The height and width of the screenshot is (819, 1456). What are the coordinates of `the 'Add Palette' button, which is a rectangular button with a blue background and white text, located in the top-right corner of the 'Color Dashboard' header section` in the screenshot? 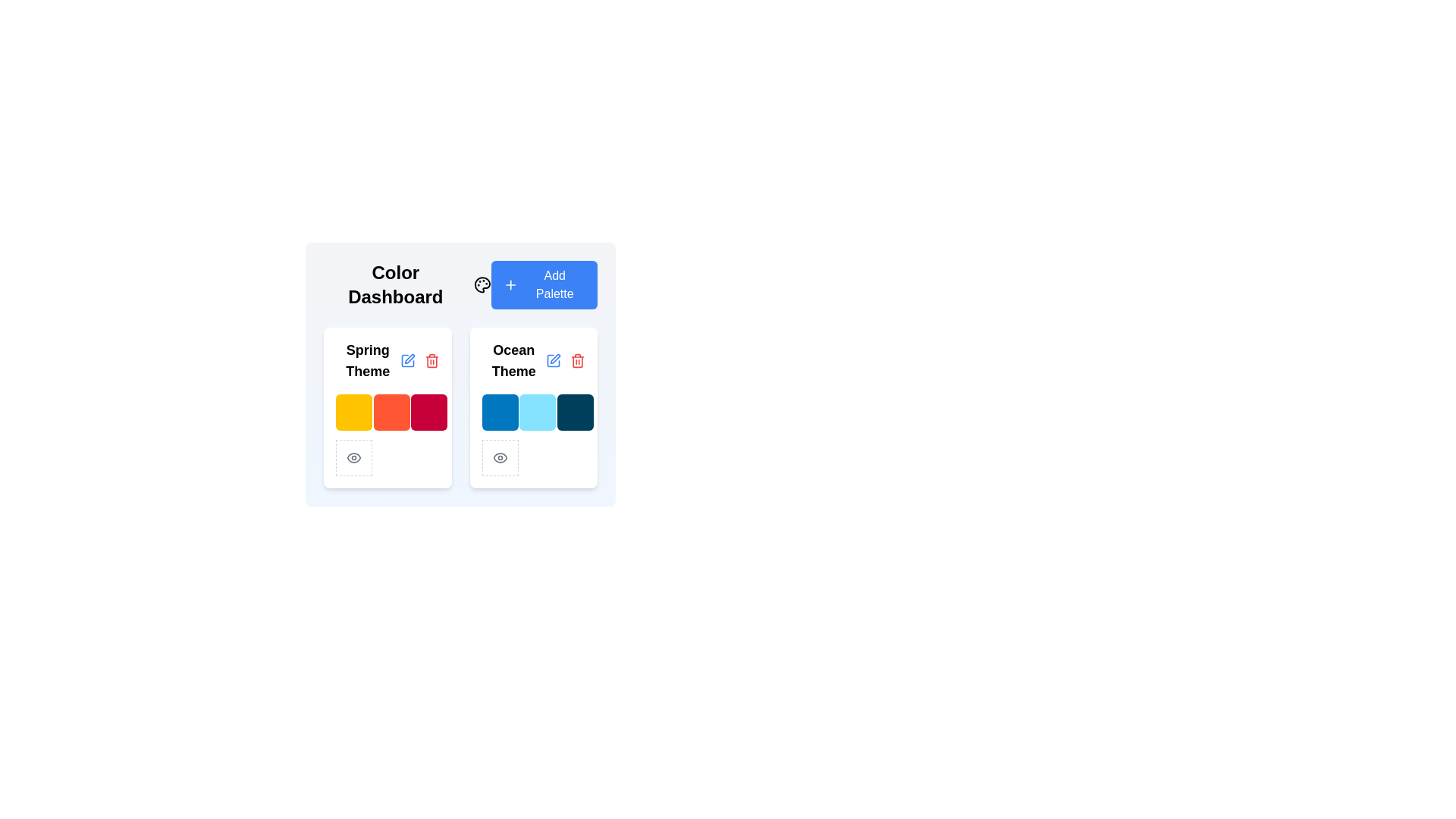 It's located at (544, 284).